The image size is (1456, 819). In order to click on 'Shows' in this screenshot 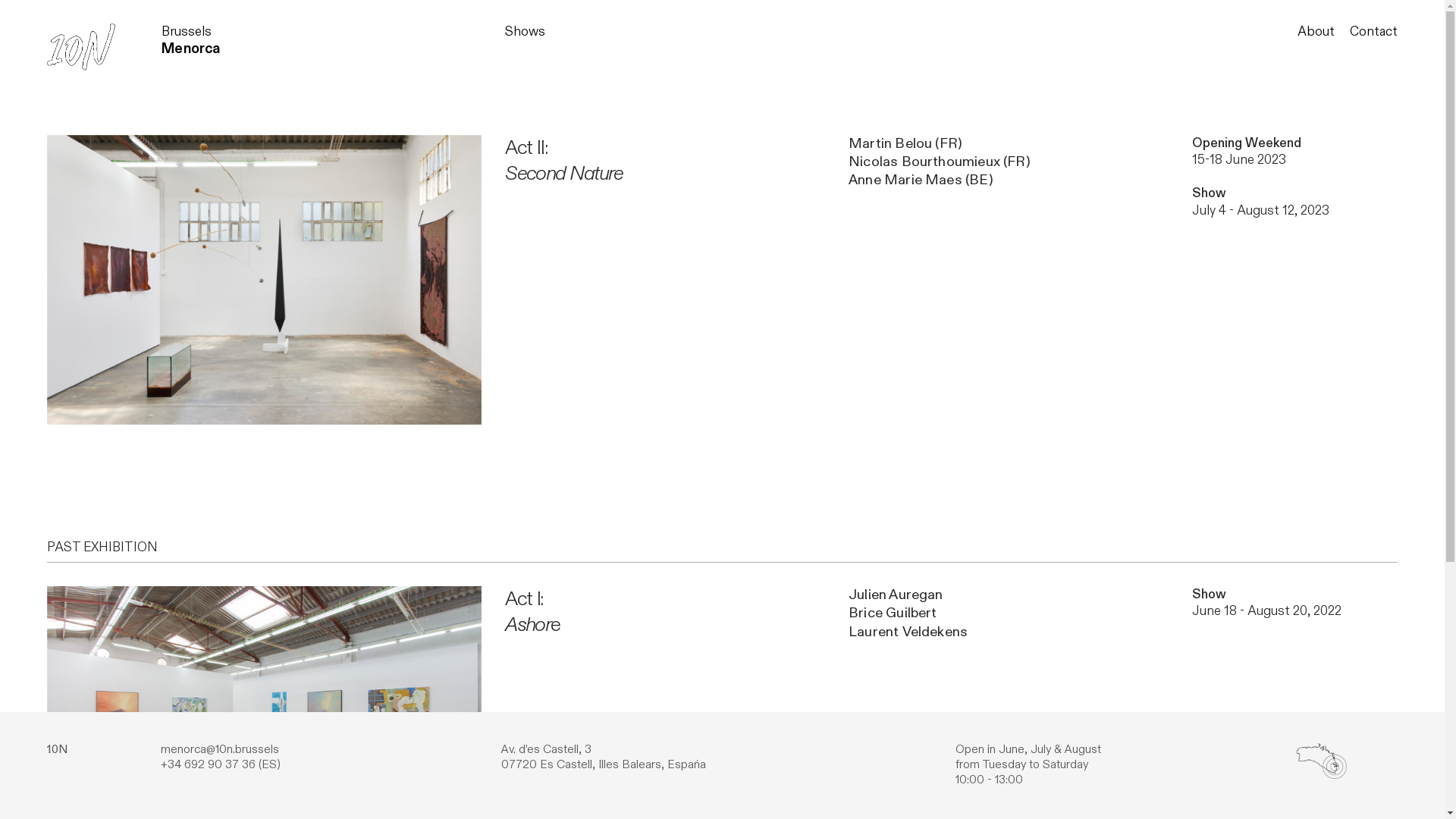, I will do `click(525, 31)`.